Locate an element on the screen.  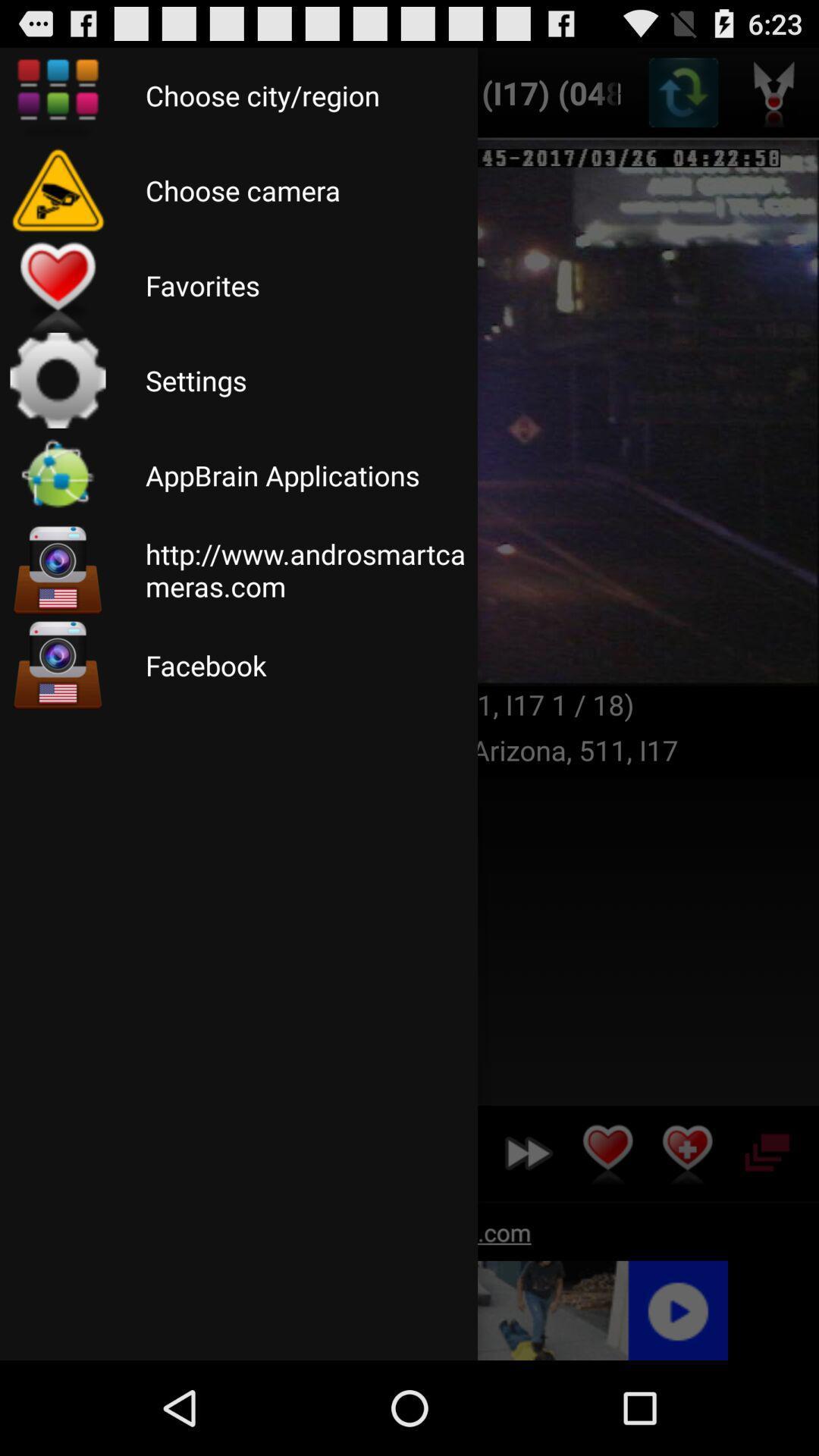
the symbol left to choose camera is located at coordinates (58, 189).